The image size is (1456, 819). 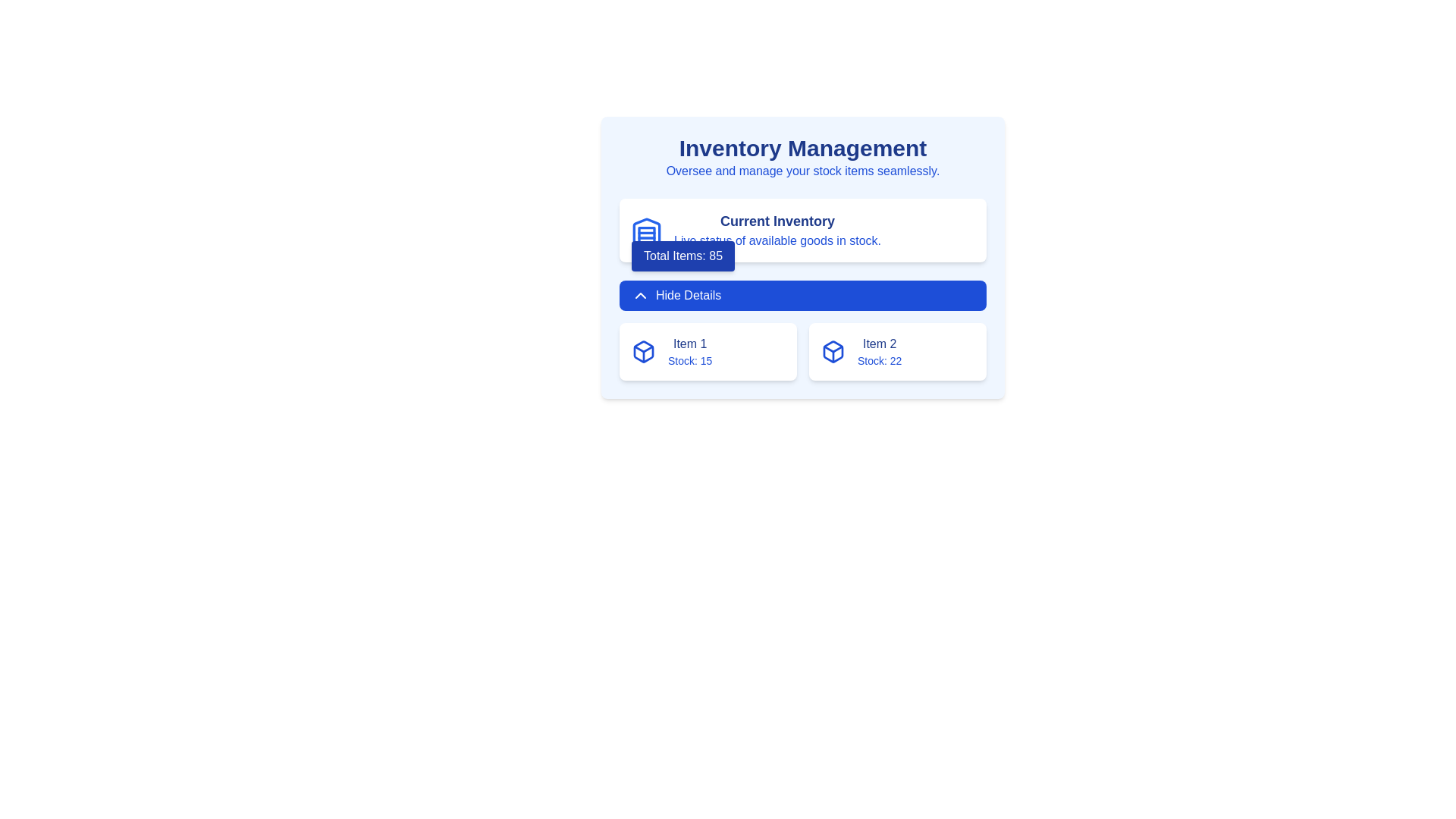 What do you see at coordinates (644, 351) in the screenshot?
I see `the compact blue cube icon to the left of the text 'Item 1 Stock: 15' within its card` at bounding box center [644, 351].